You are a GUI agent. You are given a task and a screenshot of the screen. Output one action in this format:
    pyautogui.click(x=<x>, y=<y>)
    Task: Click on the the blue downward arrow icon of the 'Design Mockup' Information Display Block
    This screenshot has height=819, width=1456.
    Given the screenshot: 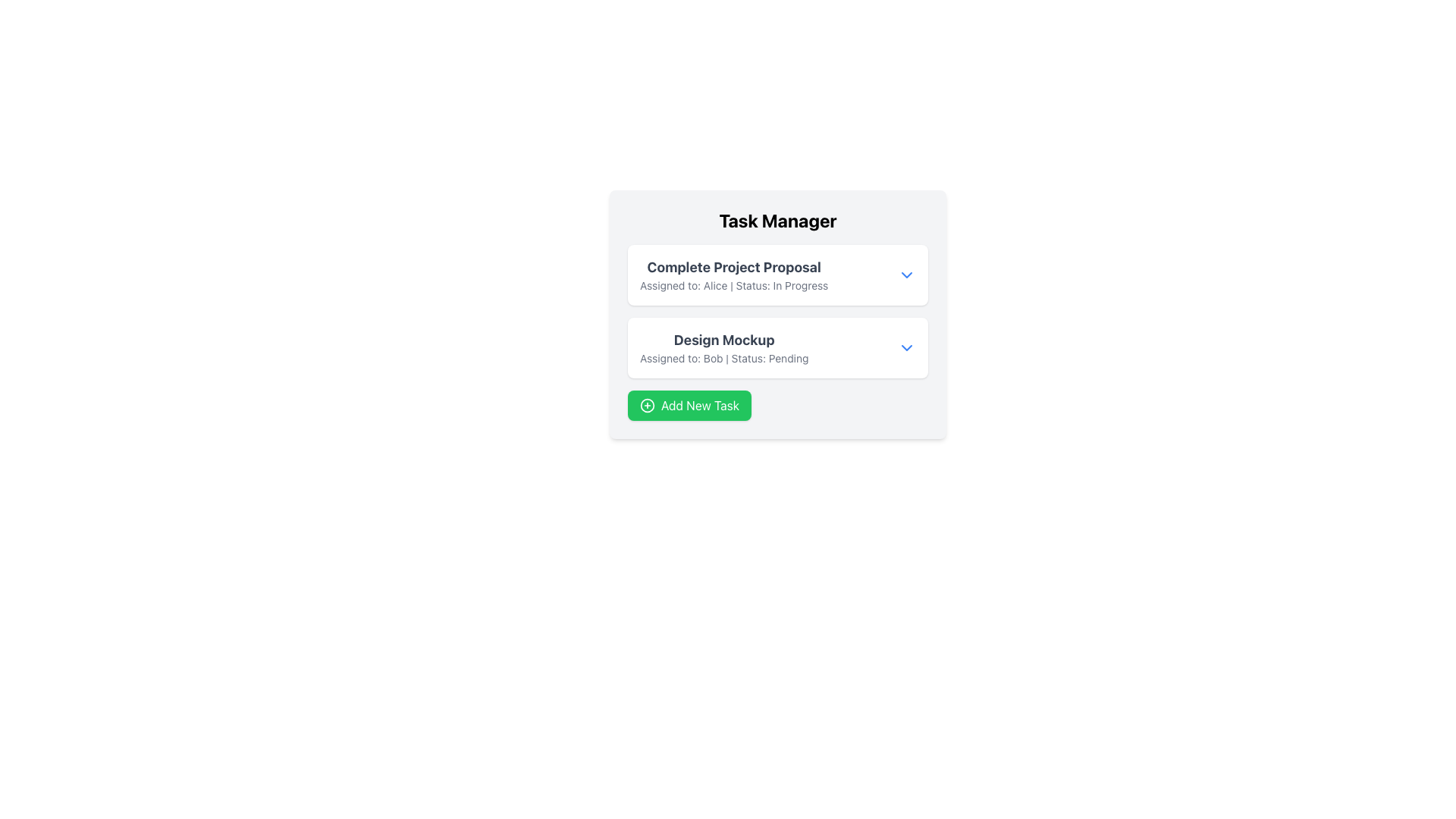 What is the action you would take?
    pyautogui.click(x=778, y=348)
    